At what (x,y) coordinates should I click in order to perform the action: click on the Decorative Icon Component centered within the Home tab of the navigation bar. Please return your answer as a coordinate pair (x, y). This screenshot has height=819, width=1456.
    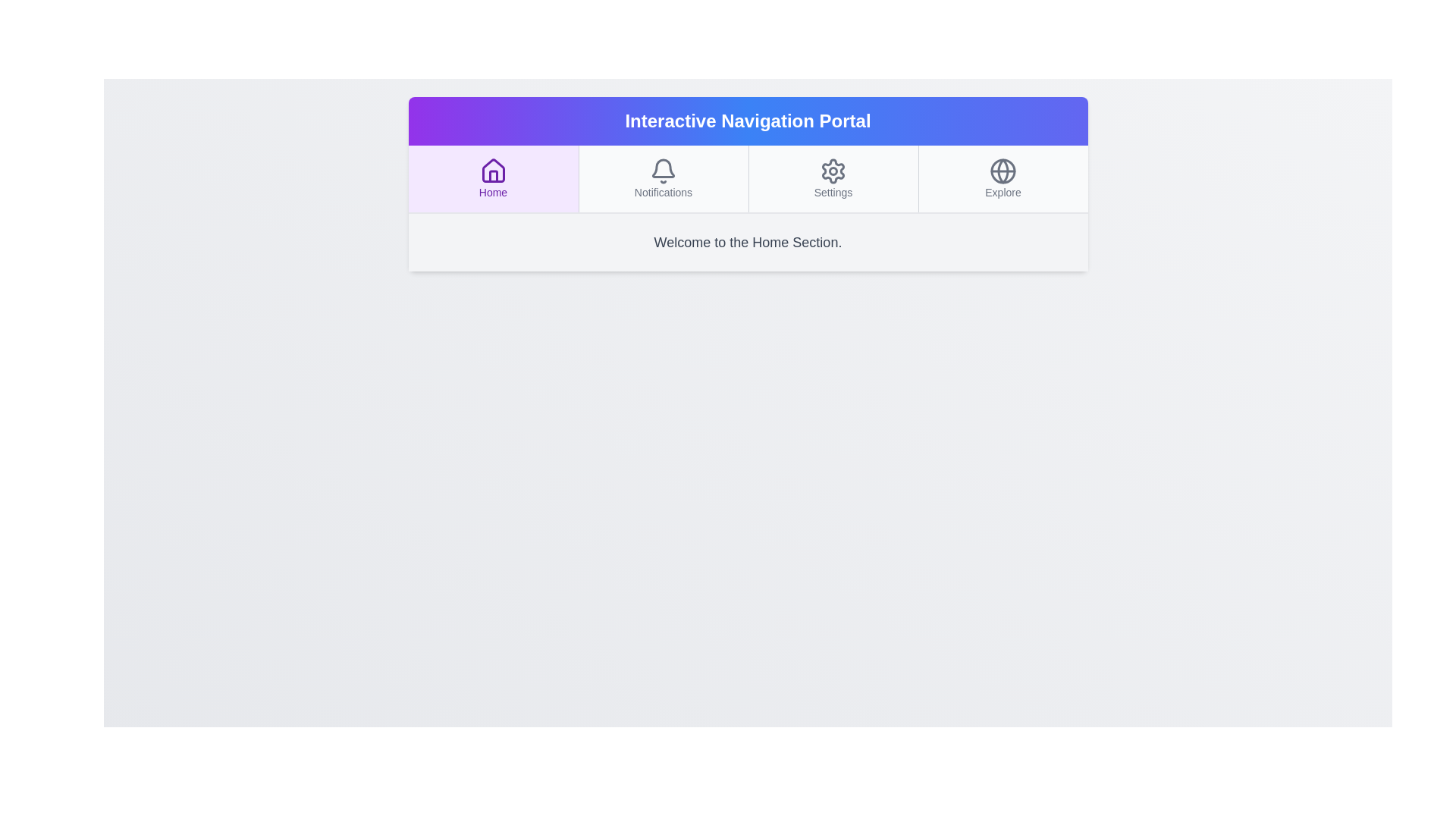
    Looking at the image, I should click on (493, 175).